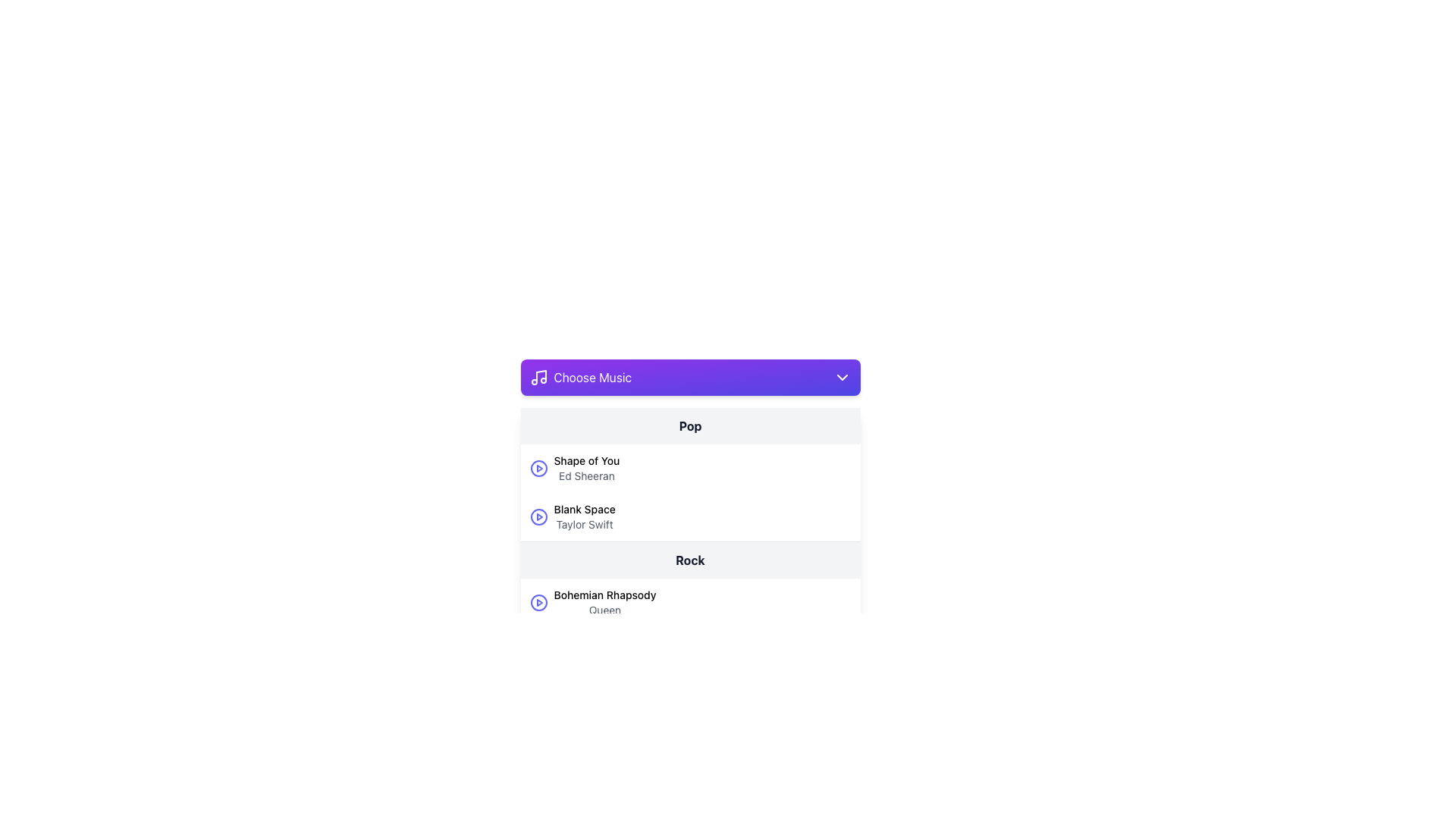  What do you see at coordinates (538, 376) in the screenshot?
I see `the music icon located at the far left of the 'Choose Music' section header` at bounding box center [538, 376].